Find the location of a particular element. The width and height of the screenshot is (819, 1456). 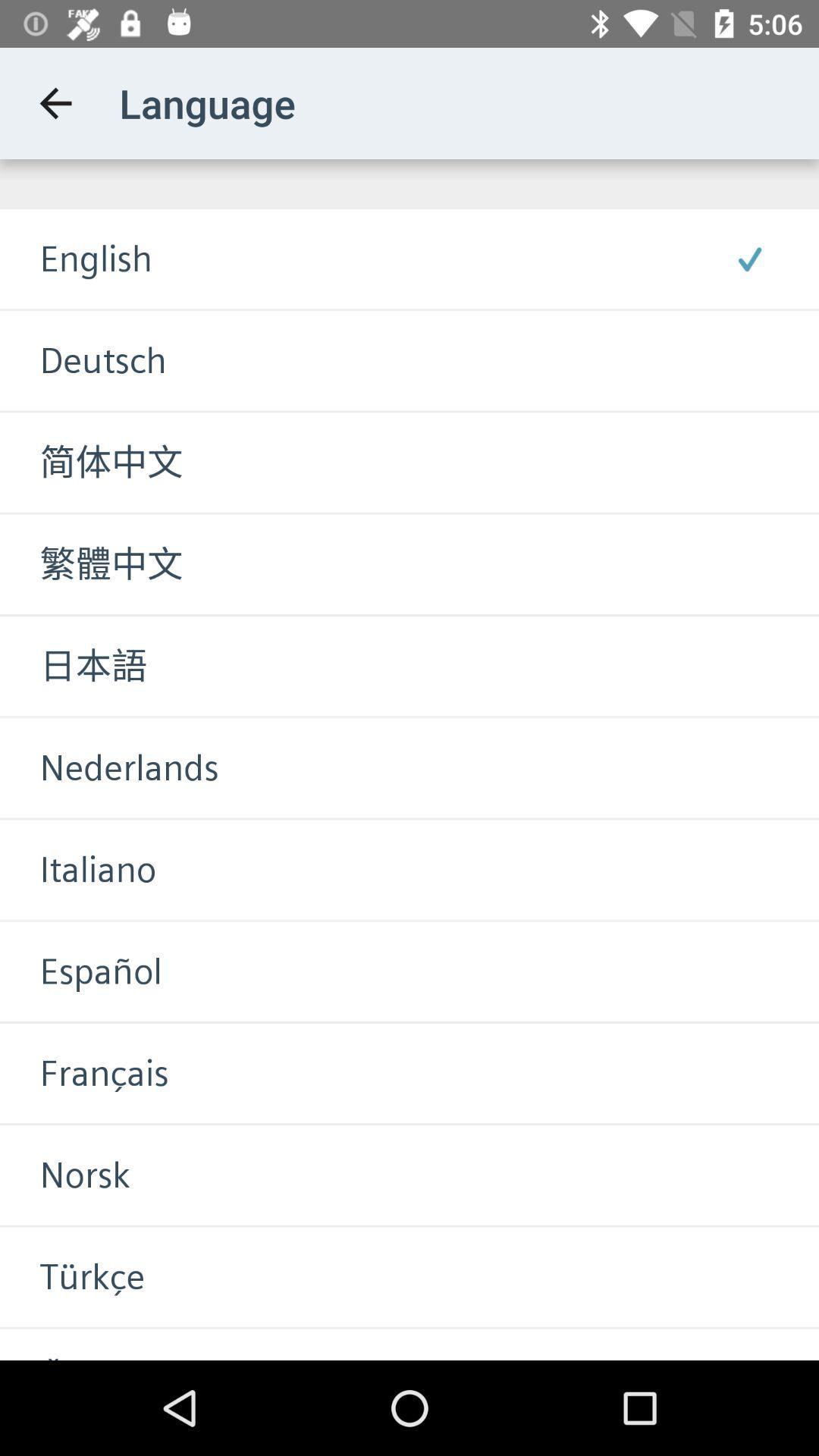

the english item is located at coordinates (76, 259).